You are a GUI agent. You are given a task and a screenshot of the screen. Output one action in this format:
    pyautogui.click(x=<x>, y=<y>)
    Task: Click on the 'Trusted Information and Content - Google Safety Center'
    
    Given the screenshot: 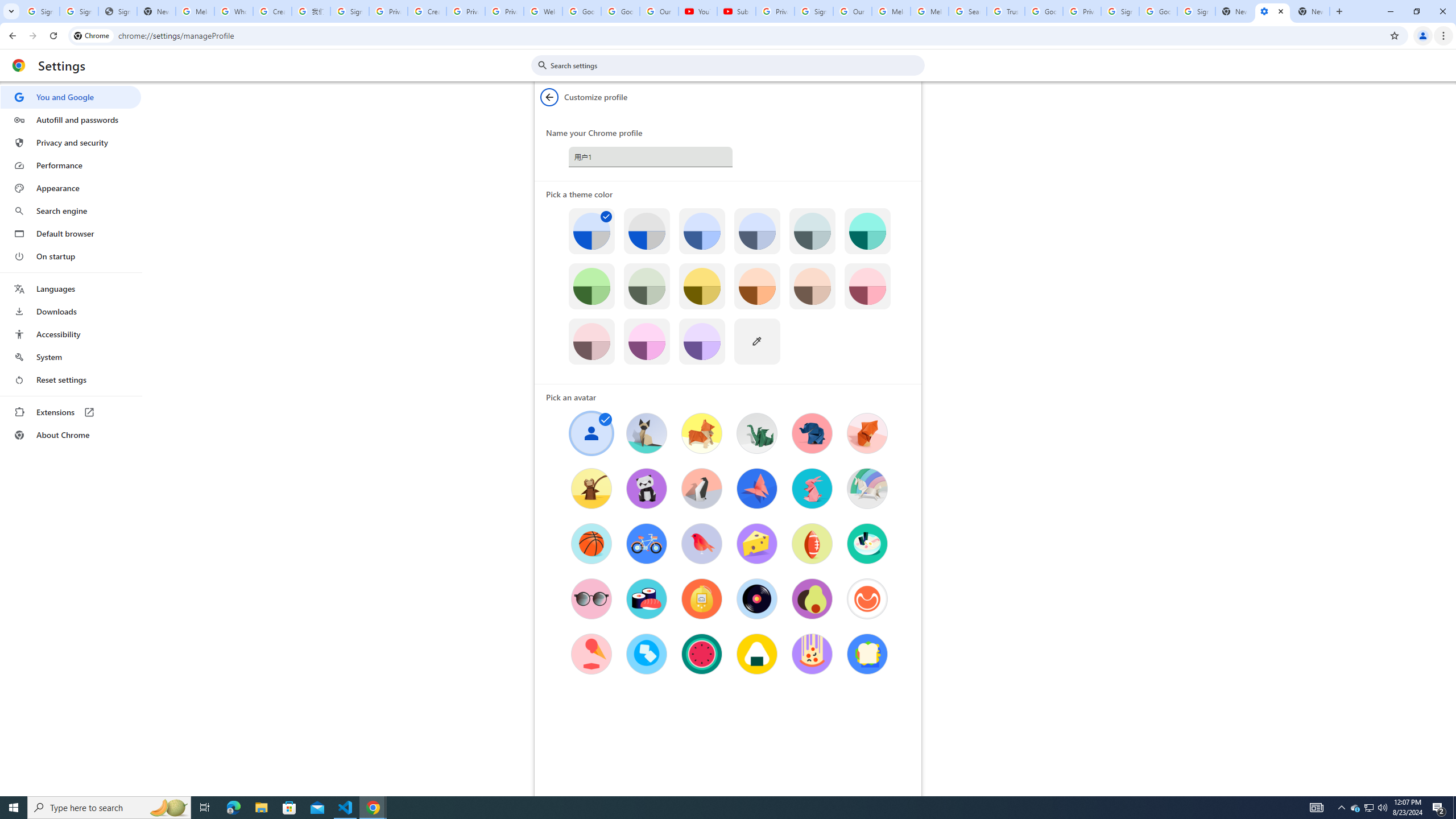 What is the action you would take?
    pyautogui.click(x=1004, y=11)
    